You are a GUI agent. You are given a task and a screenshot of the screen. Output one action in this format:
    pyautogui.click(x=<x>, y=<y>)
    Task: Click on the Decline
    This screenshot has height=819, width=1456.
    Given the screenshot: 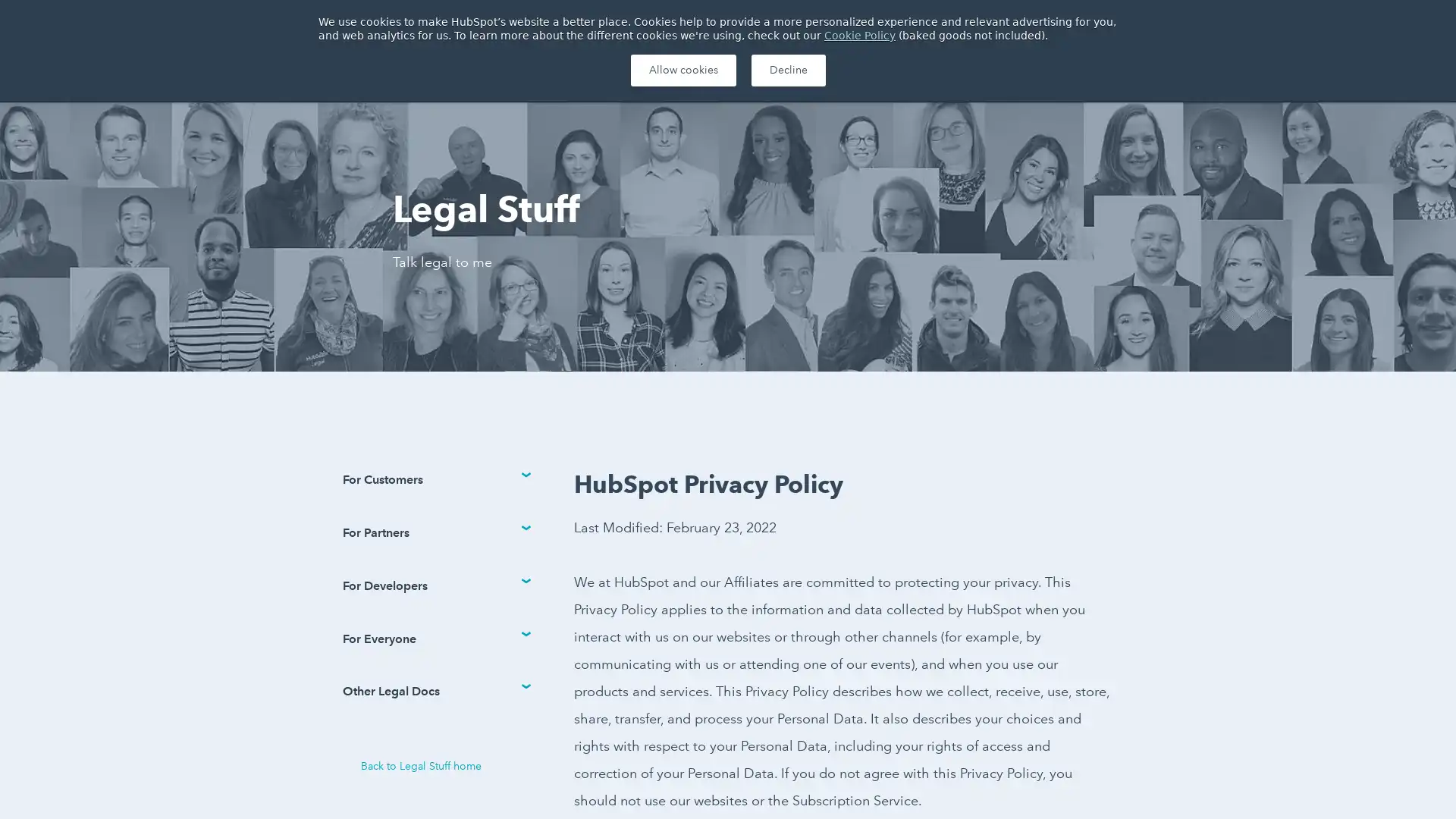 What is the action you would take?
    pyautogui.click(x=787, y=70)
    